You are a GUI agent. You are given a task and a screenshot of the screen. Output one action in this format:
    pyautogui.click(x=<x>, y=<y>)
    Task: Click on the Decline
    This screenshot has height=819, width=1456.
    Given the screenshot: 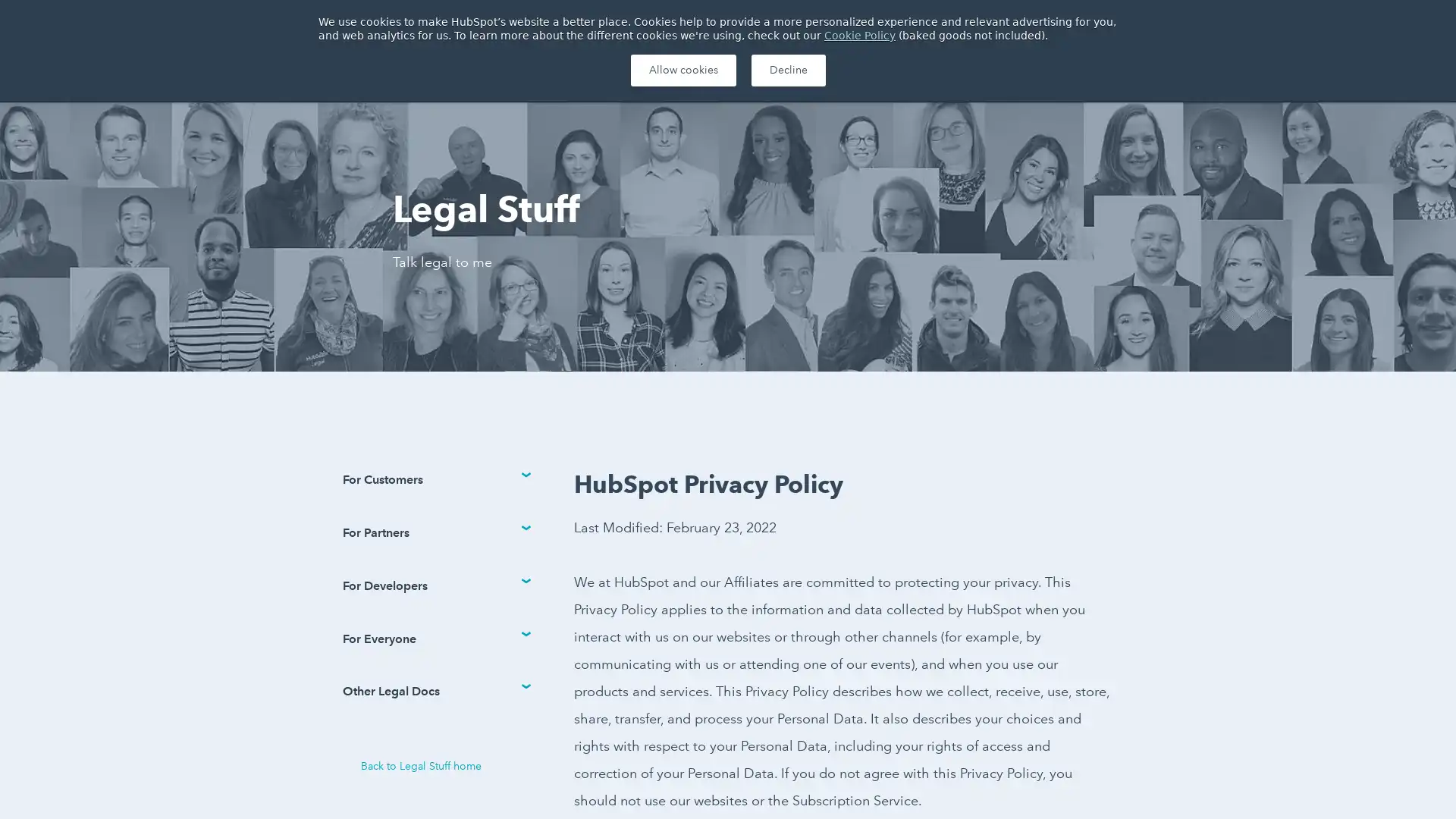 What is the action you would take?
    pyautogui.click(x=787, y=70)
    